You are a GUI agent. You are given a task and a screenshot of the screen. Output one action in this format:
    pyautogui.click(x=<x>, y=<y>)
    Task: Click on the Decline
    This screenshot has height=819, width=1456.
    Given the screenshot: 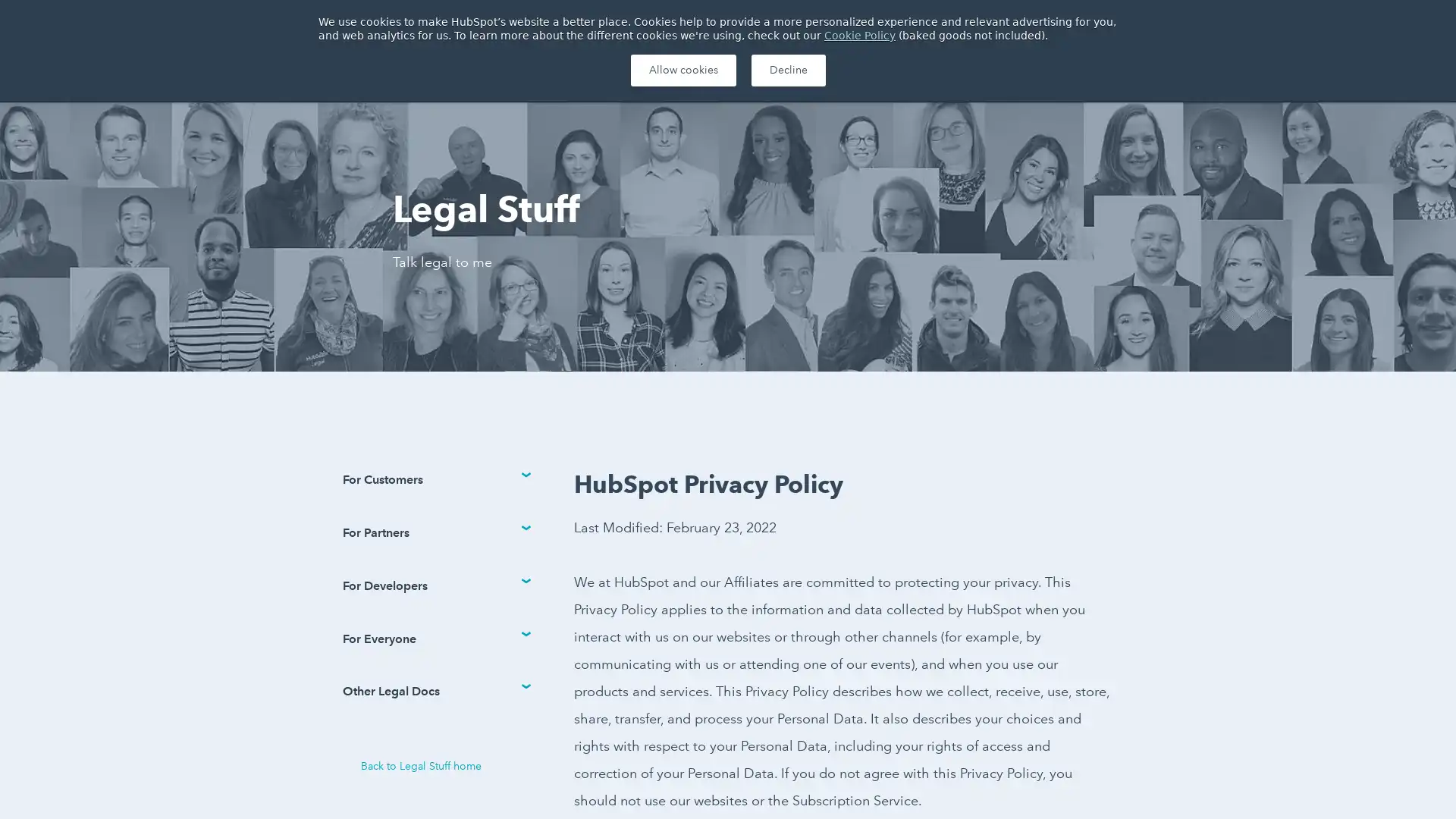 What is the action you would take?
    pyautogui.click(x=787, y=70)
    